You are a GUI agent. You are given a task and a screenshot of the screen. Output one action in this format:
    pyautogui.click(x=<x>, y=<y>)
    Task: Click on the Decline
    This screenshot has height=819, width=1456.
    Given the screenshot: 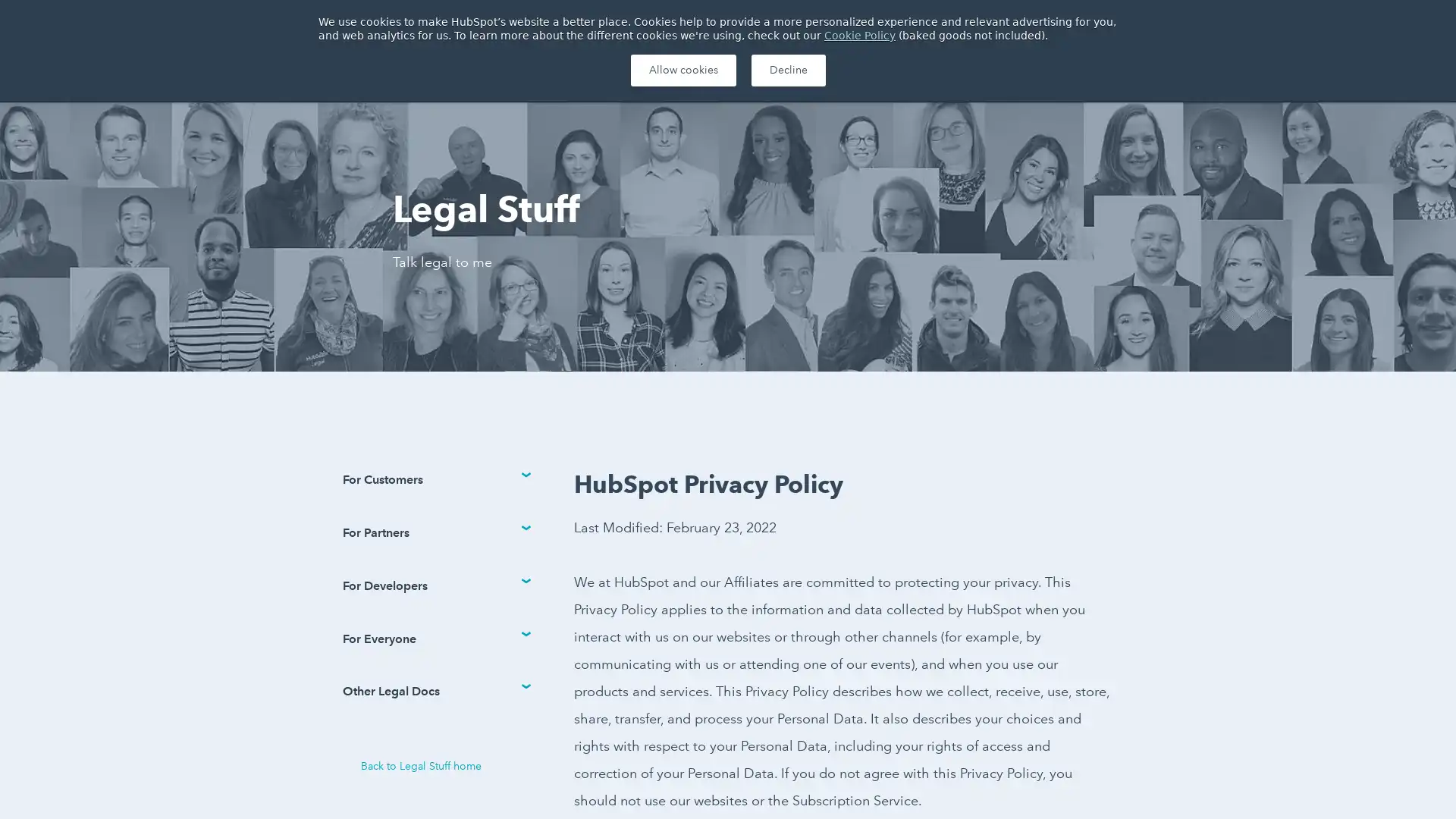 What is the action you would take?
    pyautogui.click(x=787, y=70)
    